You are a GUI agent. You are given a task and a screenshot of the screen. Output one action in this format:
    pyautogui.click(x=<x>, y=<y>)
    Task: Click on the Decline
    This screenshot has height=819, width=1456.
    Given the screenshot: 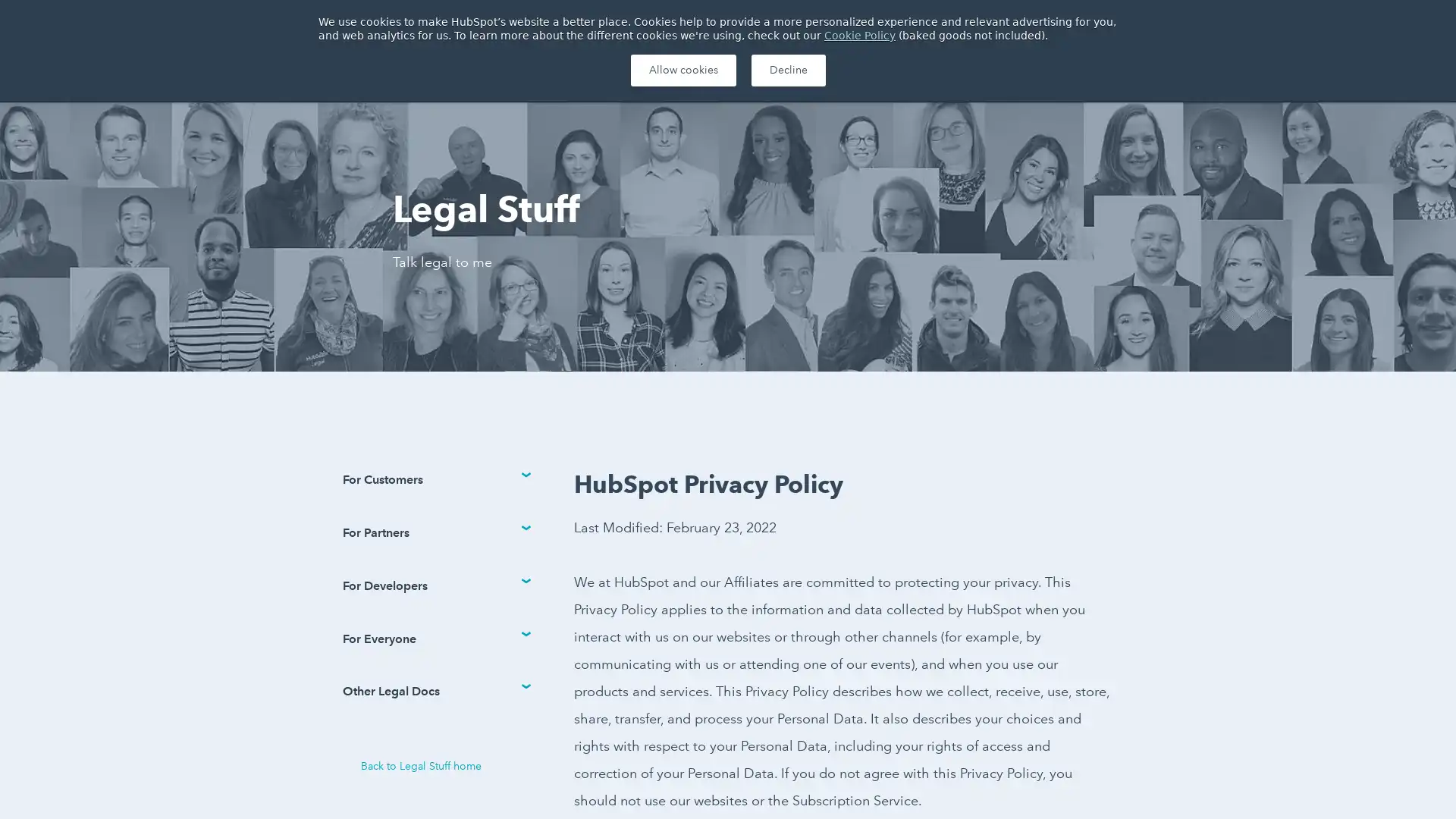 What is the action you would take?
    pyautogui.click(x=787, y=70)
    